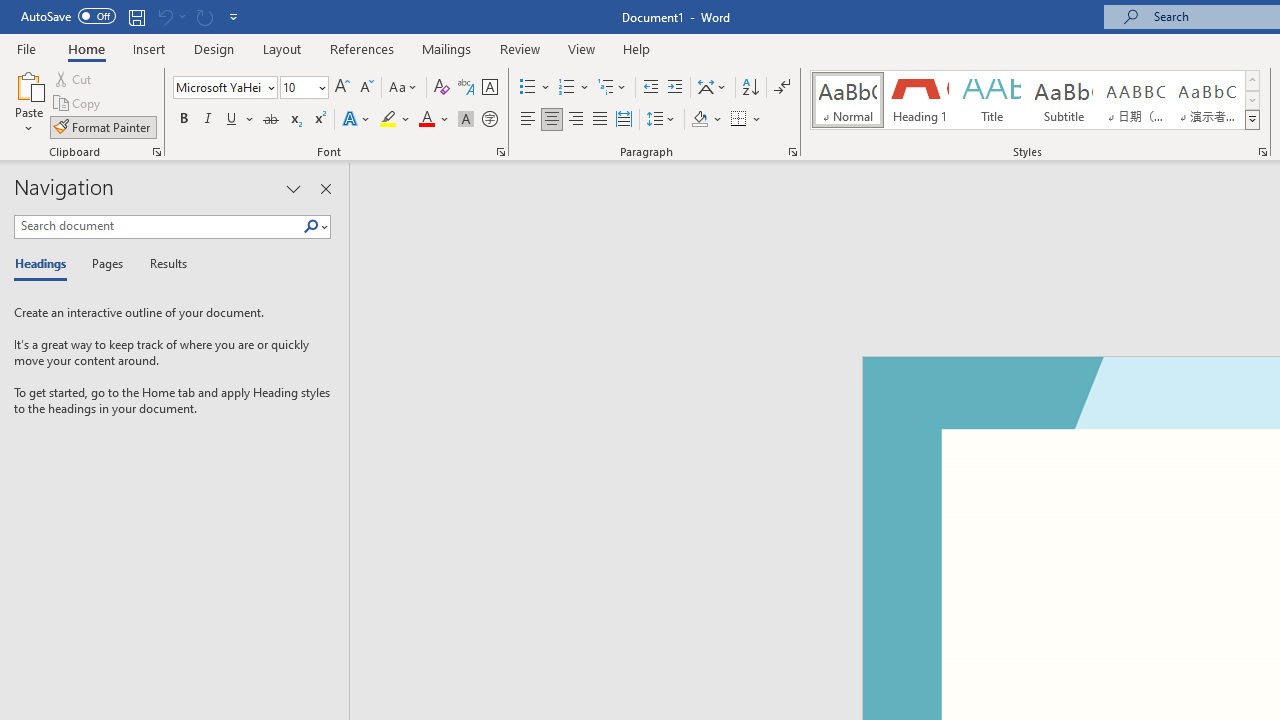 This screenshot has width=1280, height=720. What do you see at coordinates (489, 119) in the screenshot?
I see `'Enclose Characters...'` at bounding box center [489, 119].